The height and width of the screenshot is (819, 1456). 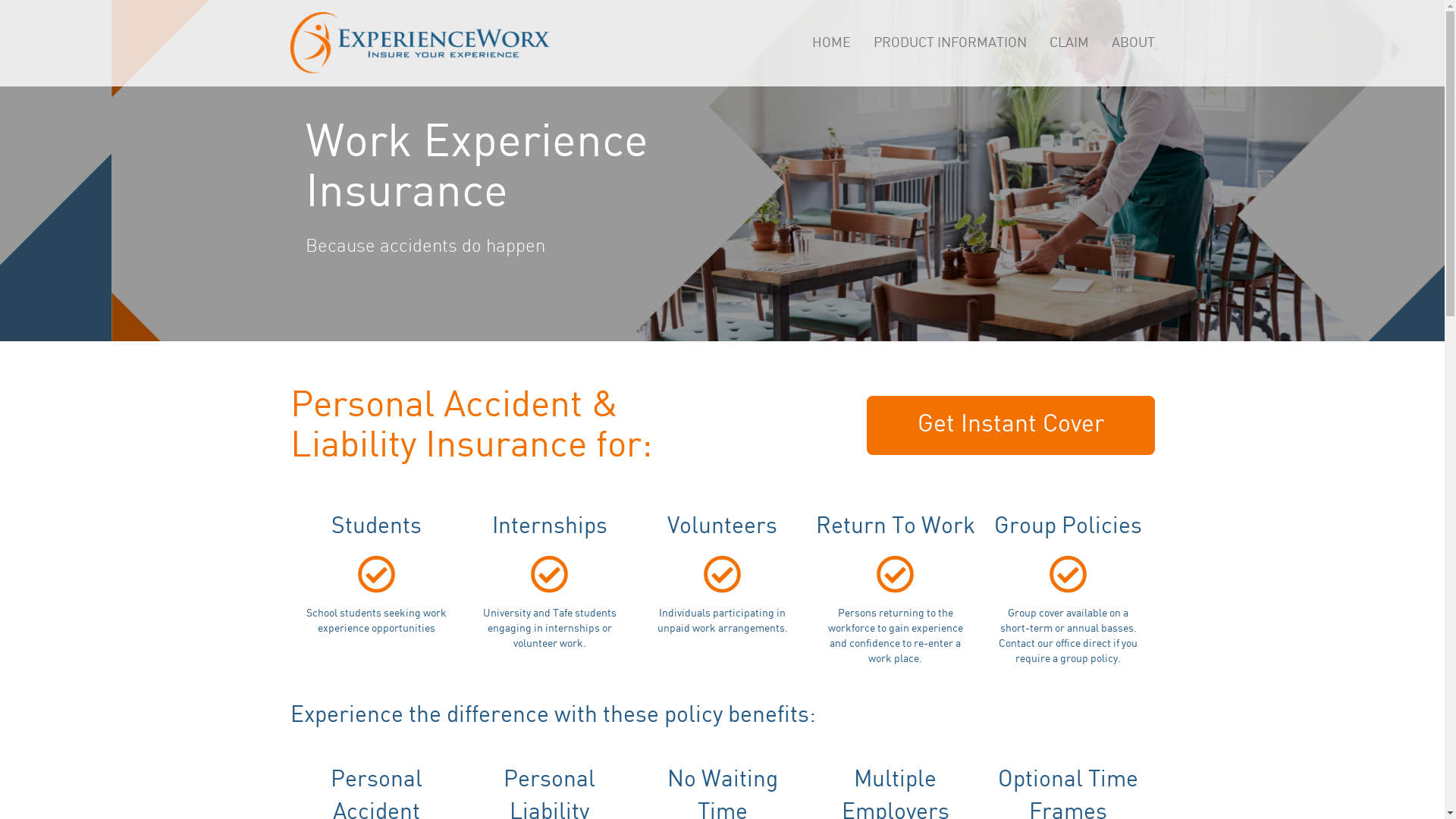 I want to click on 'ABOUT', so click(x=1099, y=42).